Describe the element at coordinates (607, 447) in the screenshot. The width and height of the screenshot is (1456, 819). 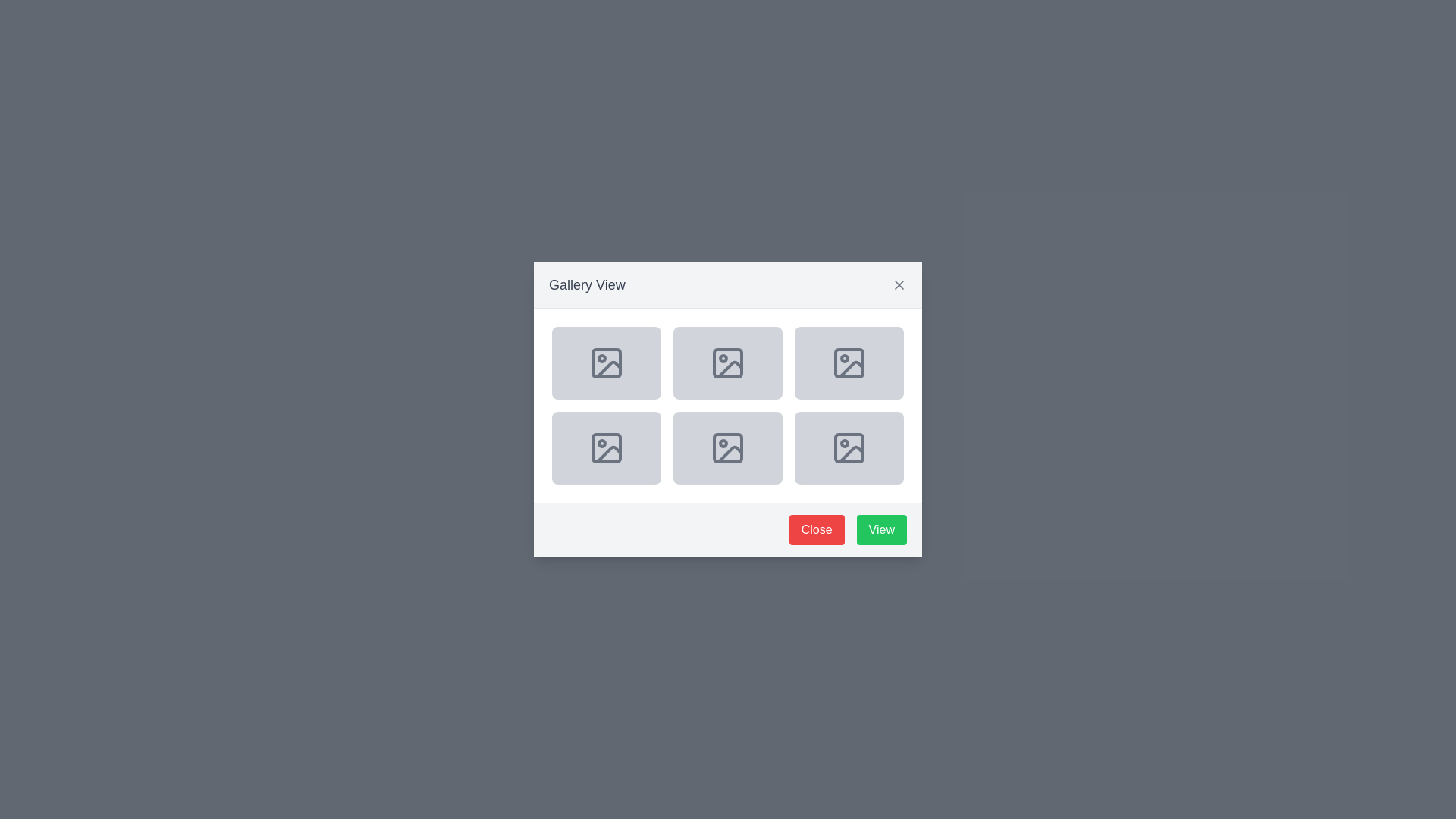
I see `the image placeholder icon located in the second row and first column of the gallery display` at that location.